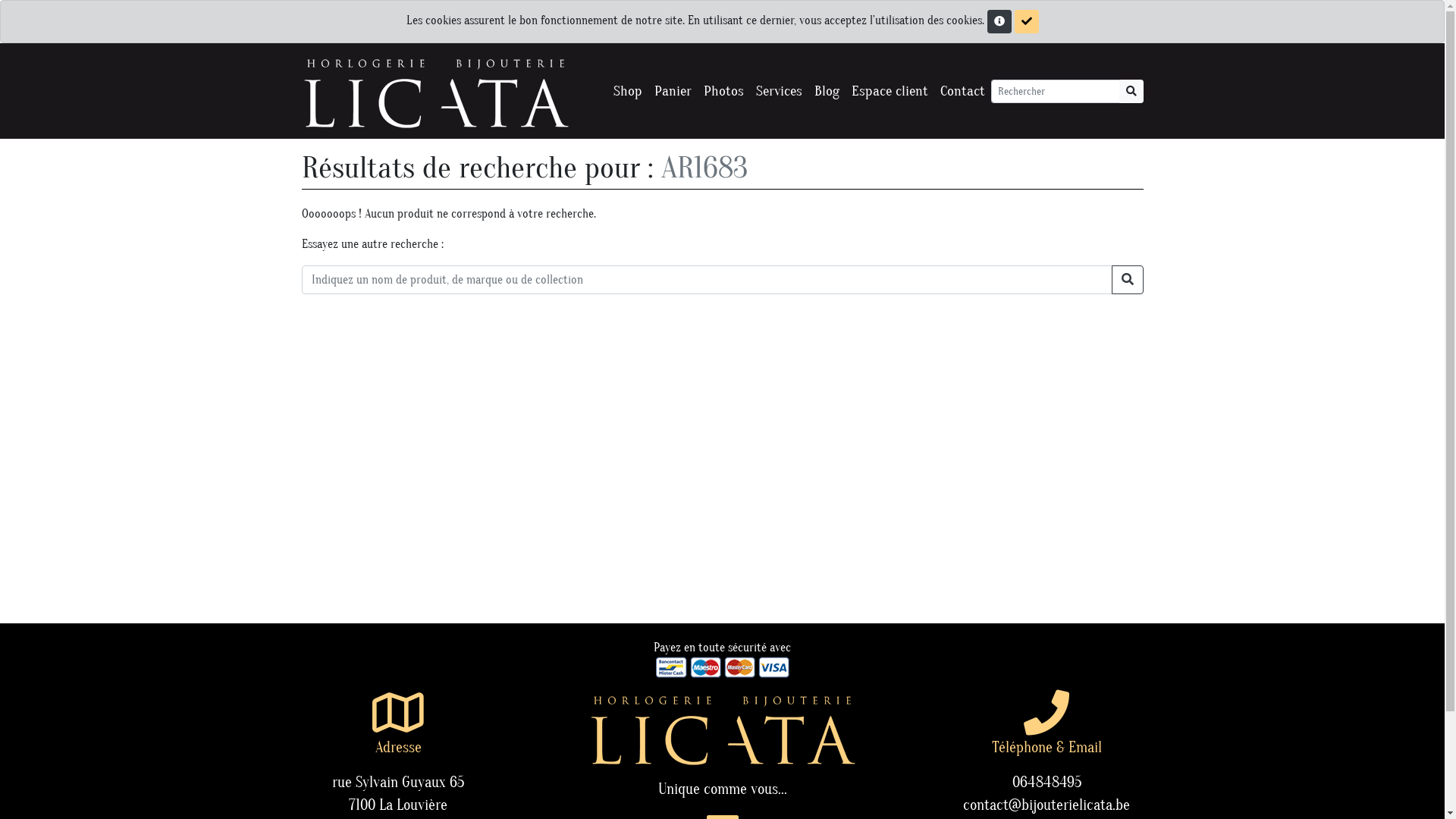  Describe the element at coordinates (435, 90) in the screenshot. I see `'Bijouterie Licata'` at that location.